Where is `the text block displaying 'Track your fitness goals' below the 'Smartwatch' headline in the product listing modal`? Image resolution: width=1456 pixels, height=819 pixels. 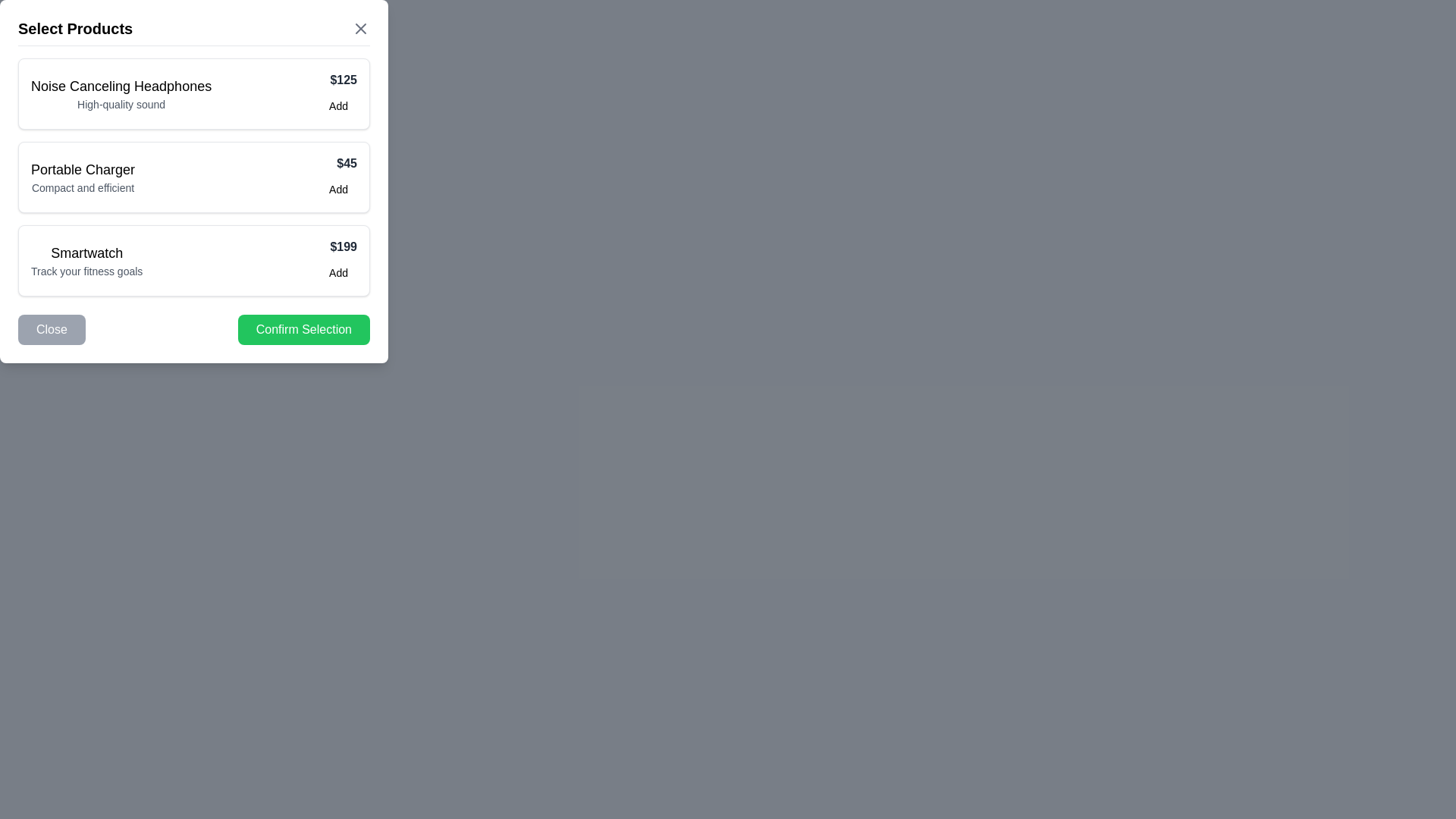 the text block displaying 'Track your fitness goals' below the 'Smartwatch' headline in the product listing modal is located at coordinates (86, 259).